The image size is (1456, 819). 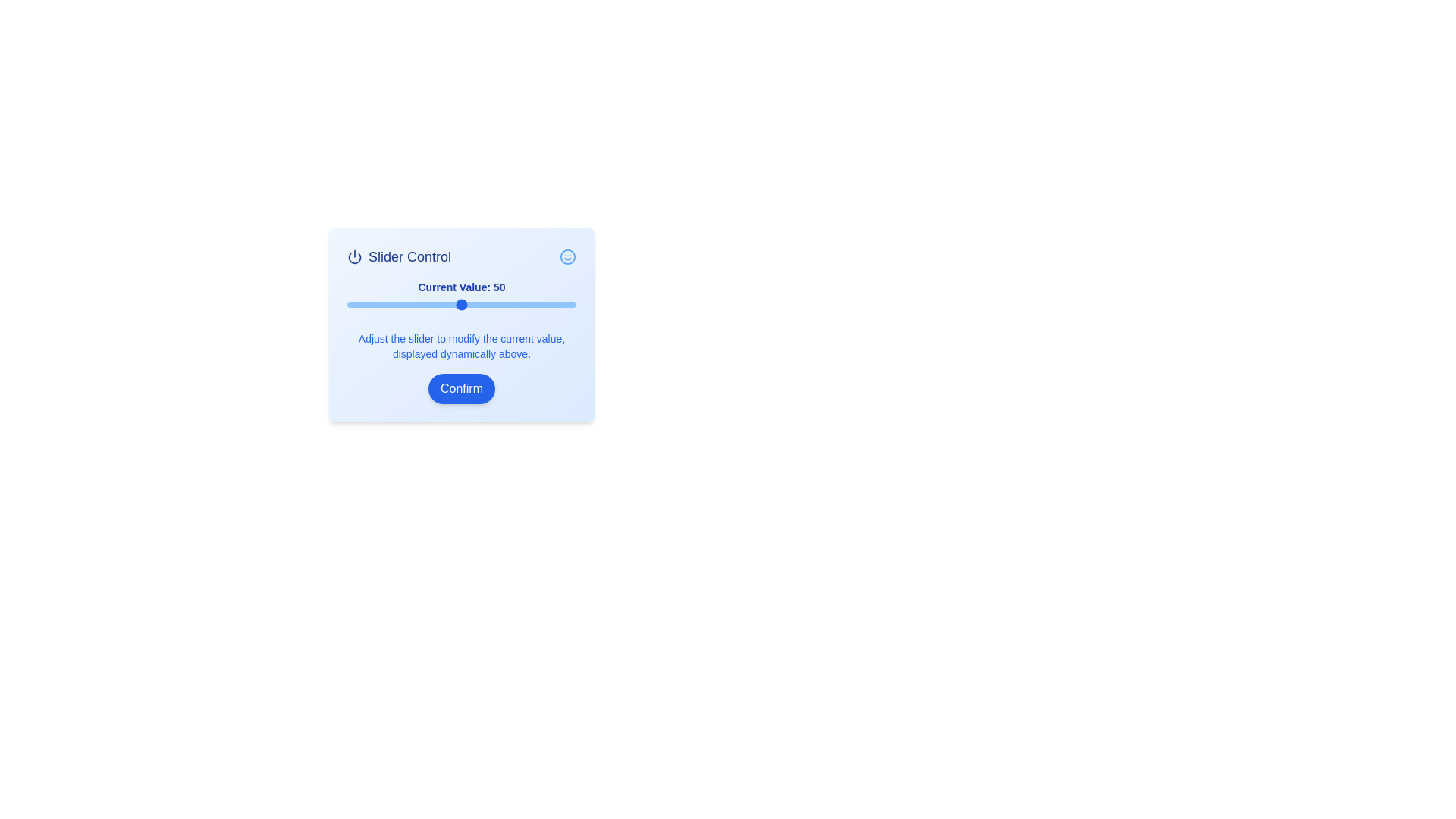 What do you see at coordinates (416, 304) in the screenshot?
I see `the slider's value` at bounding box center [416, 304].